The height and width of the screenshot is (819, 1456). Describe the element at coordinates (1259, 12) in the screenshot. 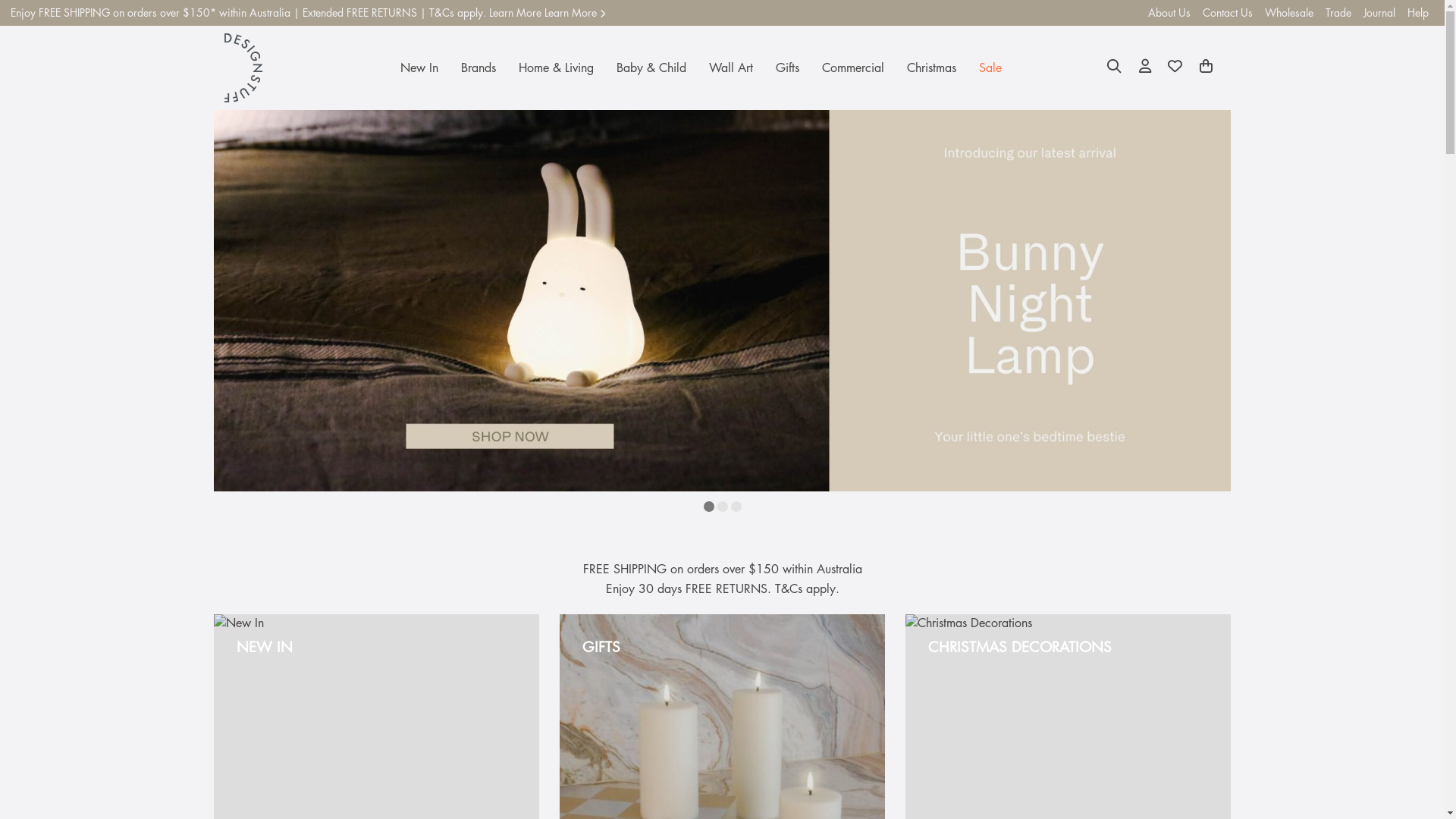

I see `'Wholesale'` at that location.